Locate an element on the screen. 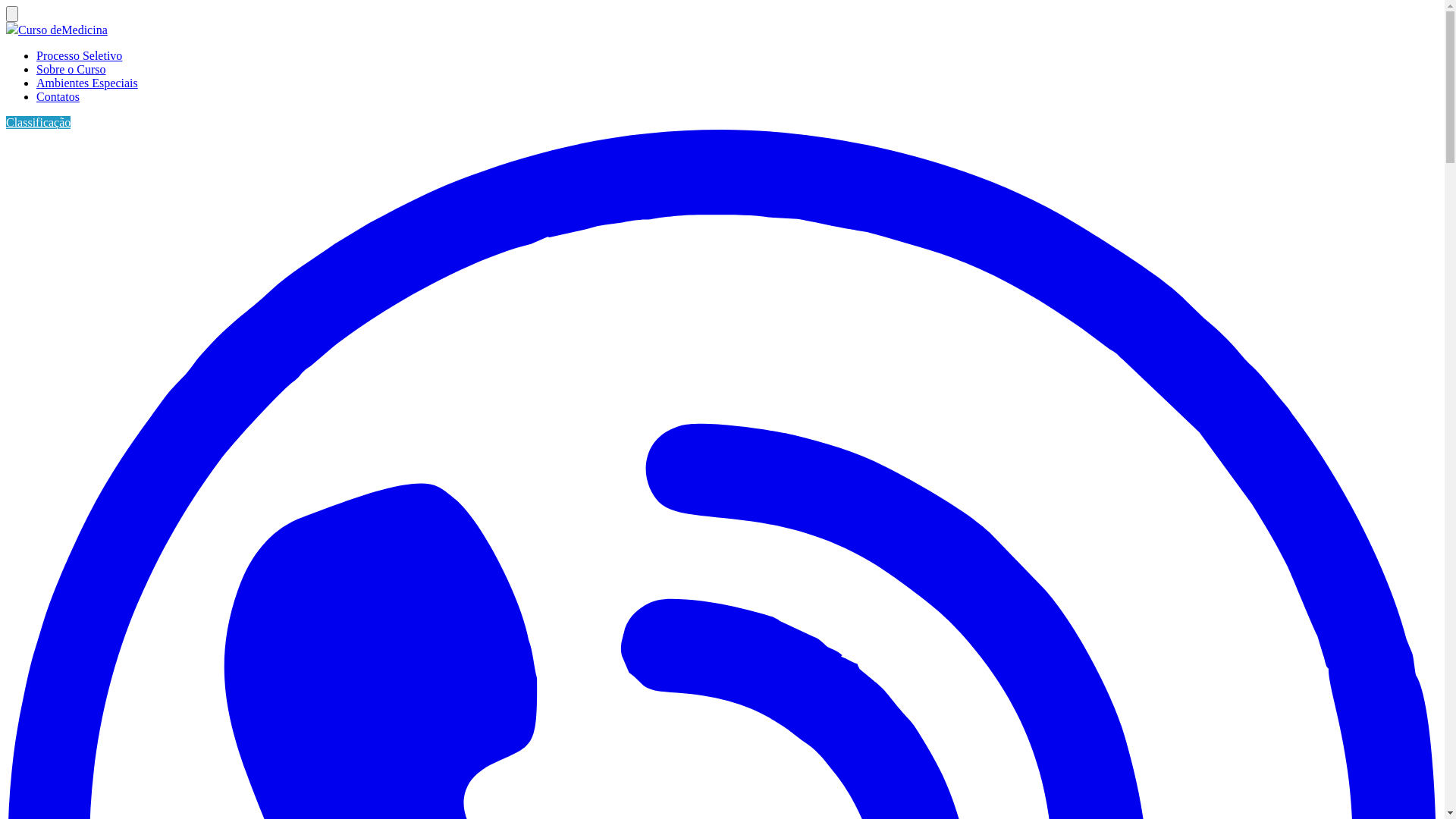  'Sobre o Curso' is located at coordinates (71, 69).